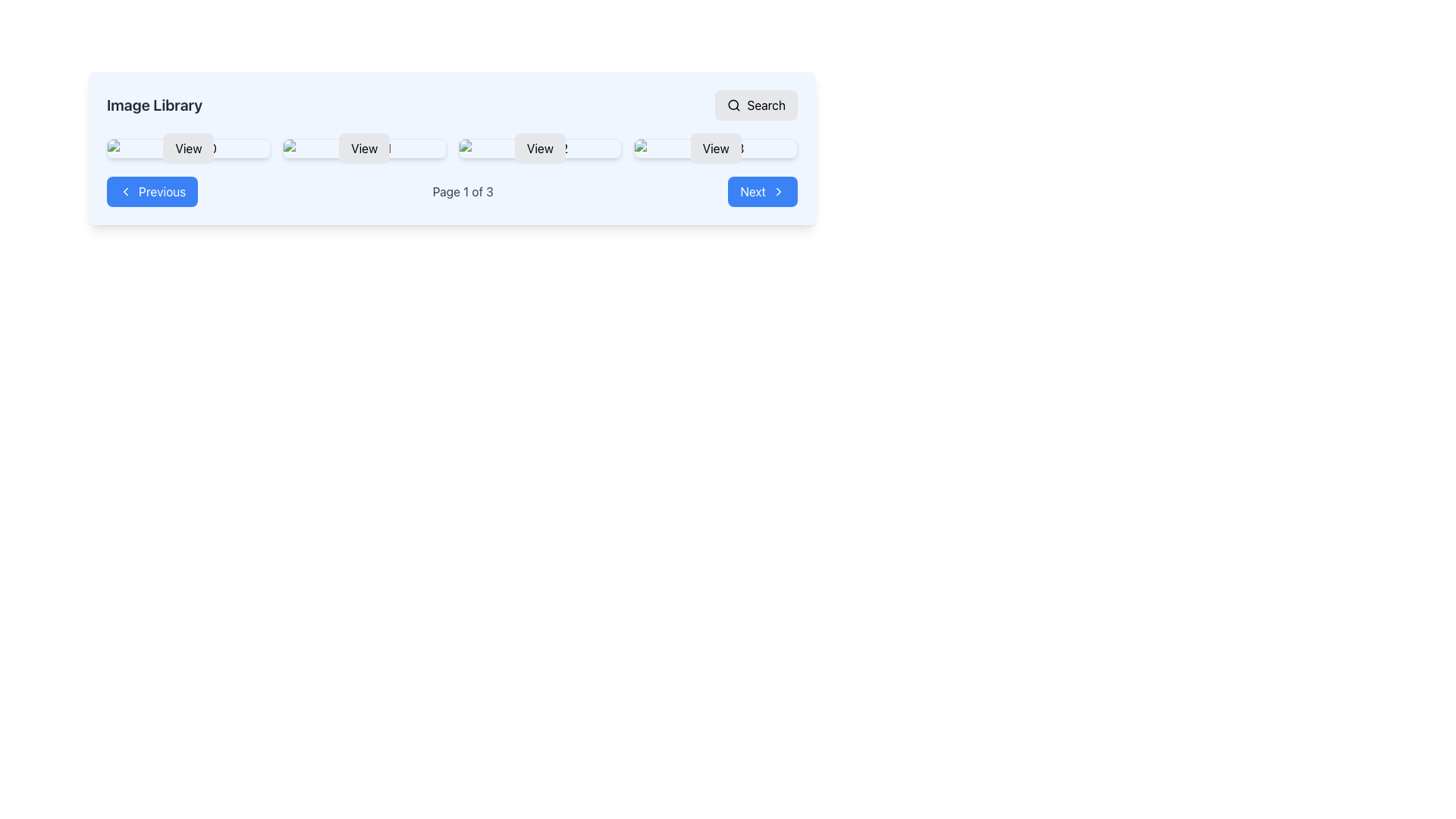 Image resolution: width=1456 pixels, height=819 pixels. I want to click on the 'Next' text label, which is styled as a blue button with white text, located at the bottom-right corner of the interface, so click(753, 191).